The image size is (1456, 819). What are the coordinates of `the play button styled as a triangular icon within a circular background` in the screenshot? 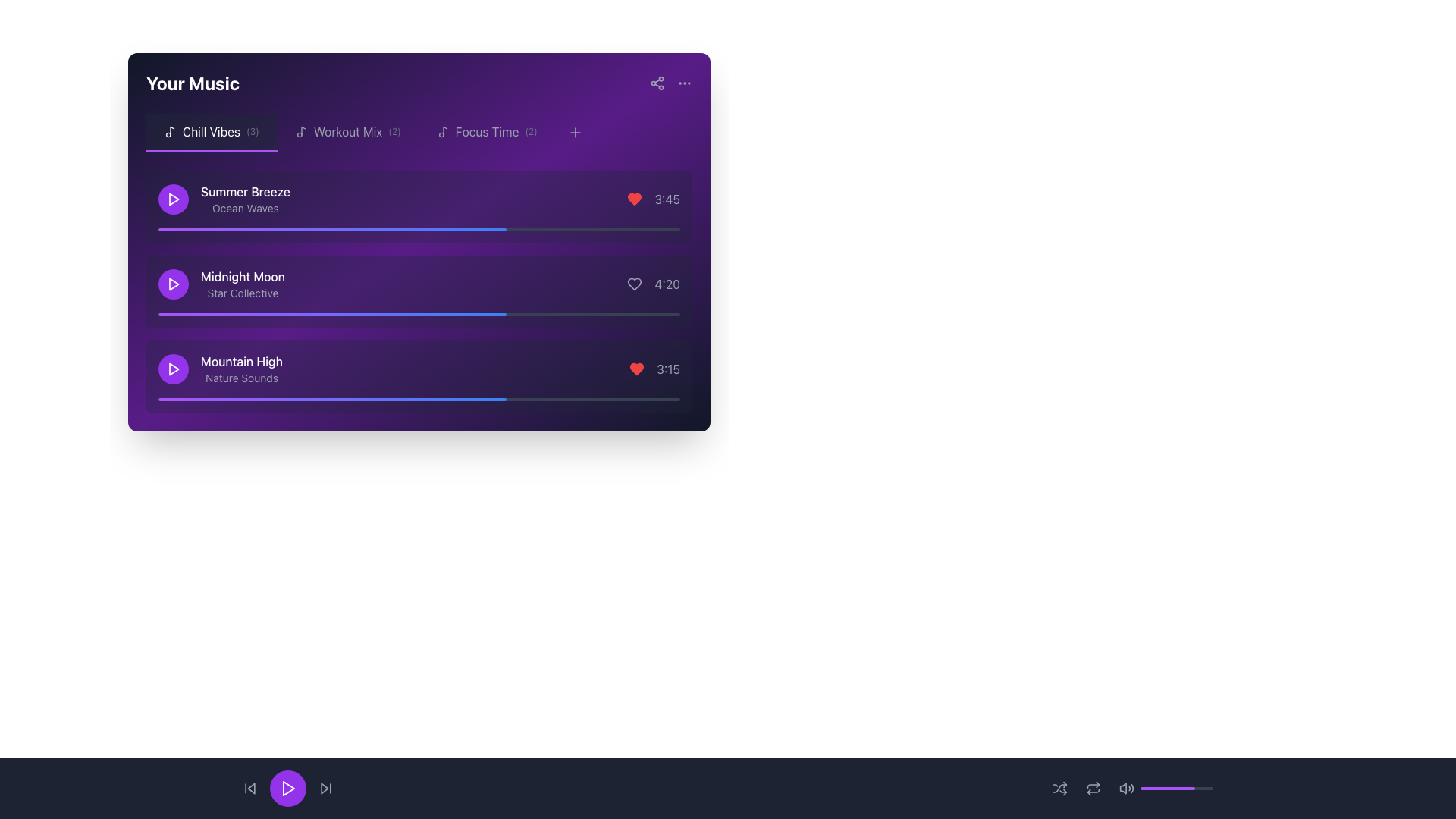 It's located at (174, 369).